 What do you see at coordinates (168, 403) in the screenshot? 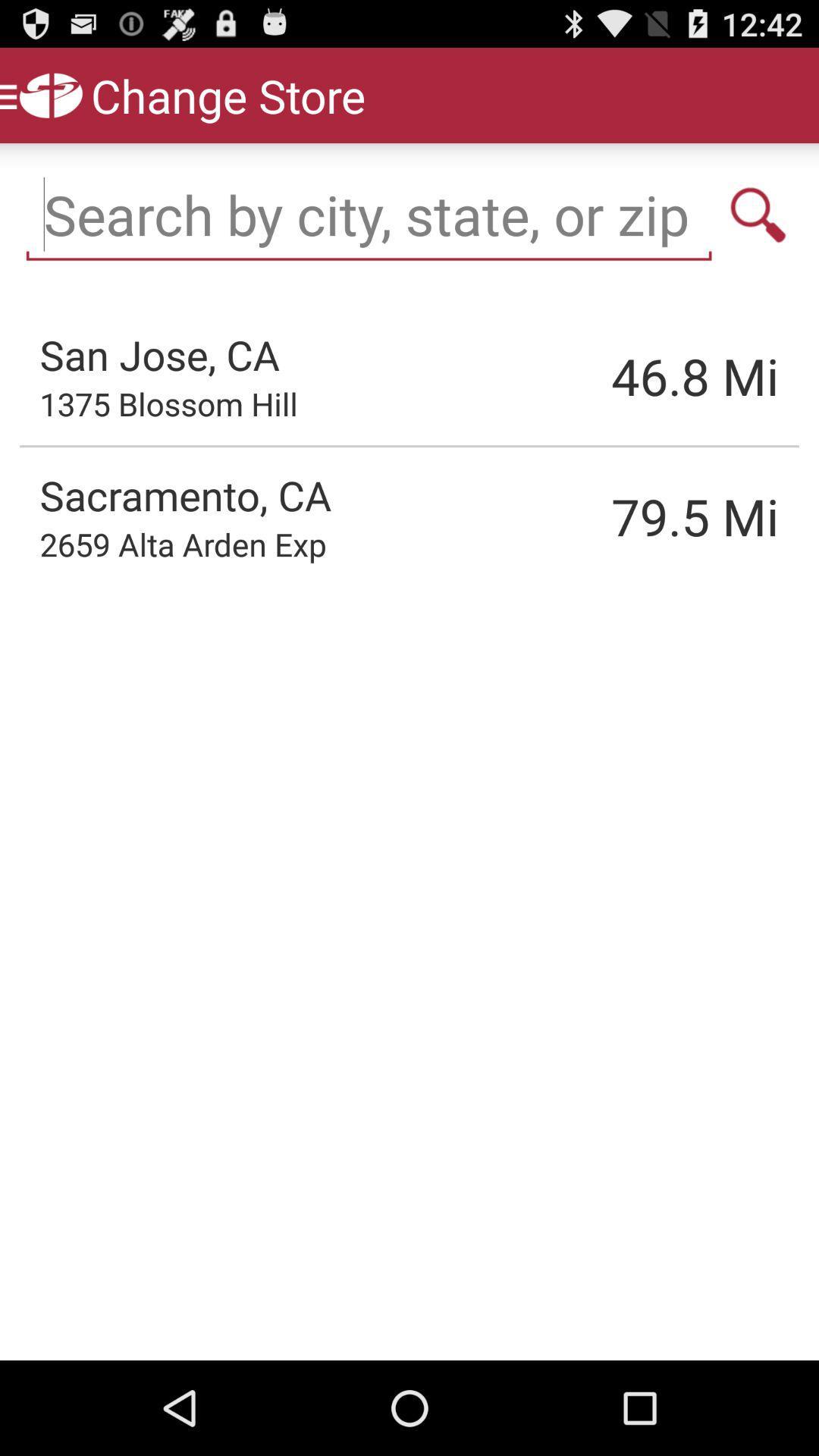
I see `icon above the sacramento, ca` at bounding box center [168, 403].